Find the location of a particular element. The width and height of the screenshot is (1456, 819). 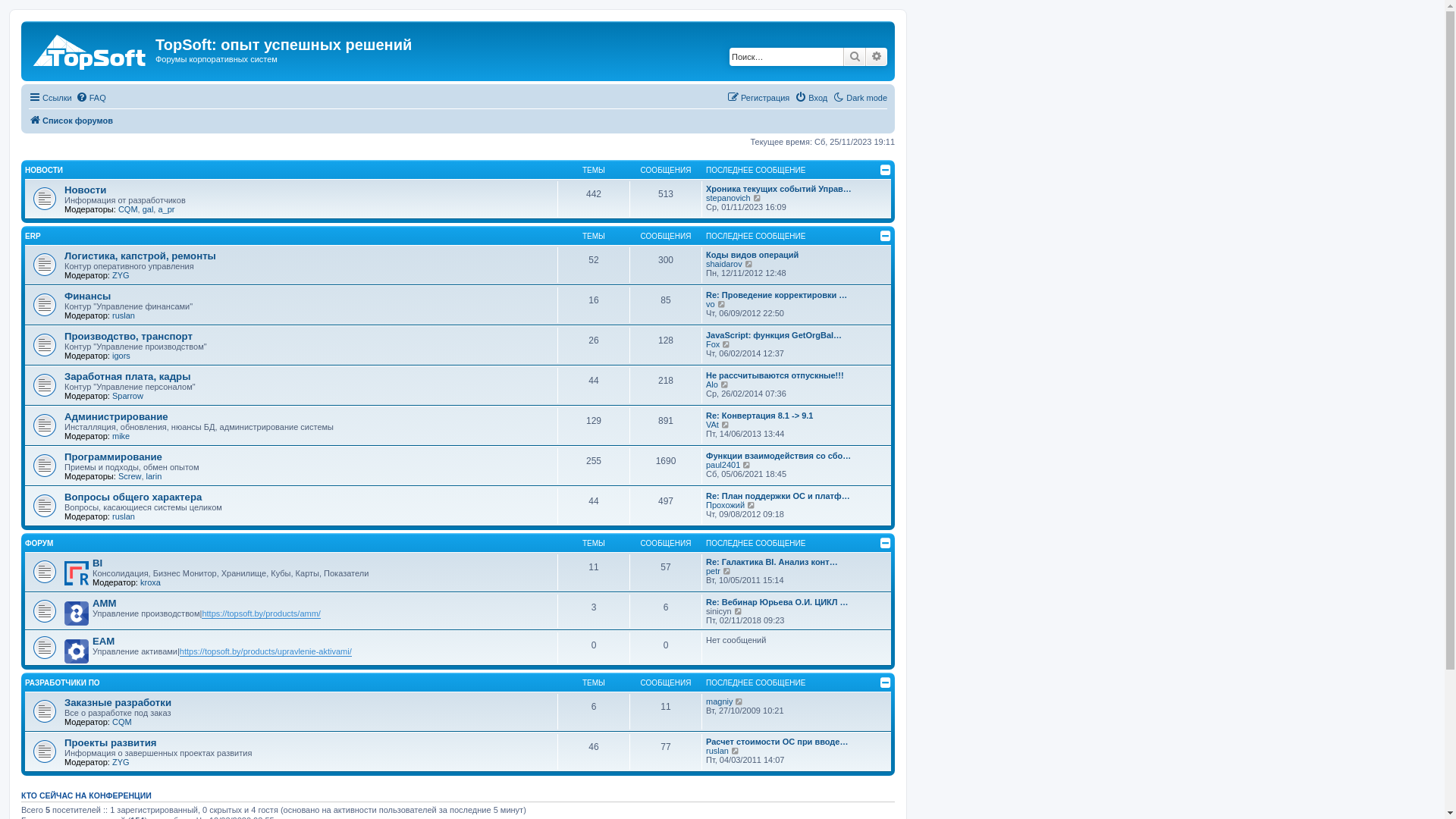

'https://topsoft.by/products/amm/' is located at coordinates (261, 613).